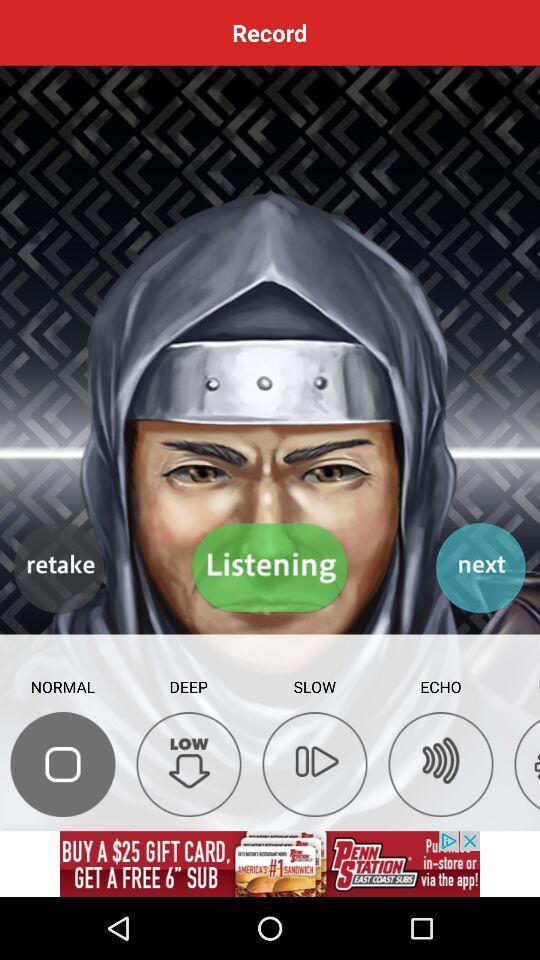 The image size is (540, 960). I want to click on reduce your level, so click(189, 763).